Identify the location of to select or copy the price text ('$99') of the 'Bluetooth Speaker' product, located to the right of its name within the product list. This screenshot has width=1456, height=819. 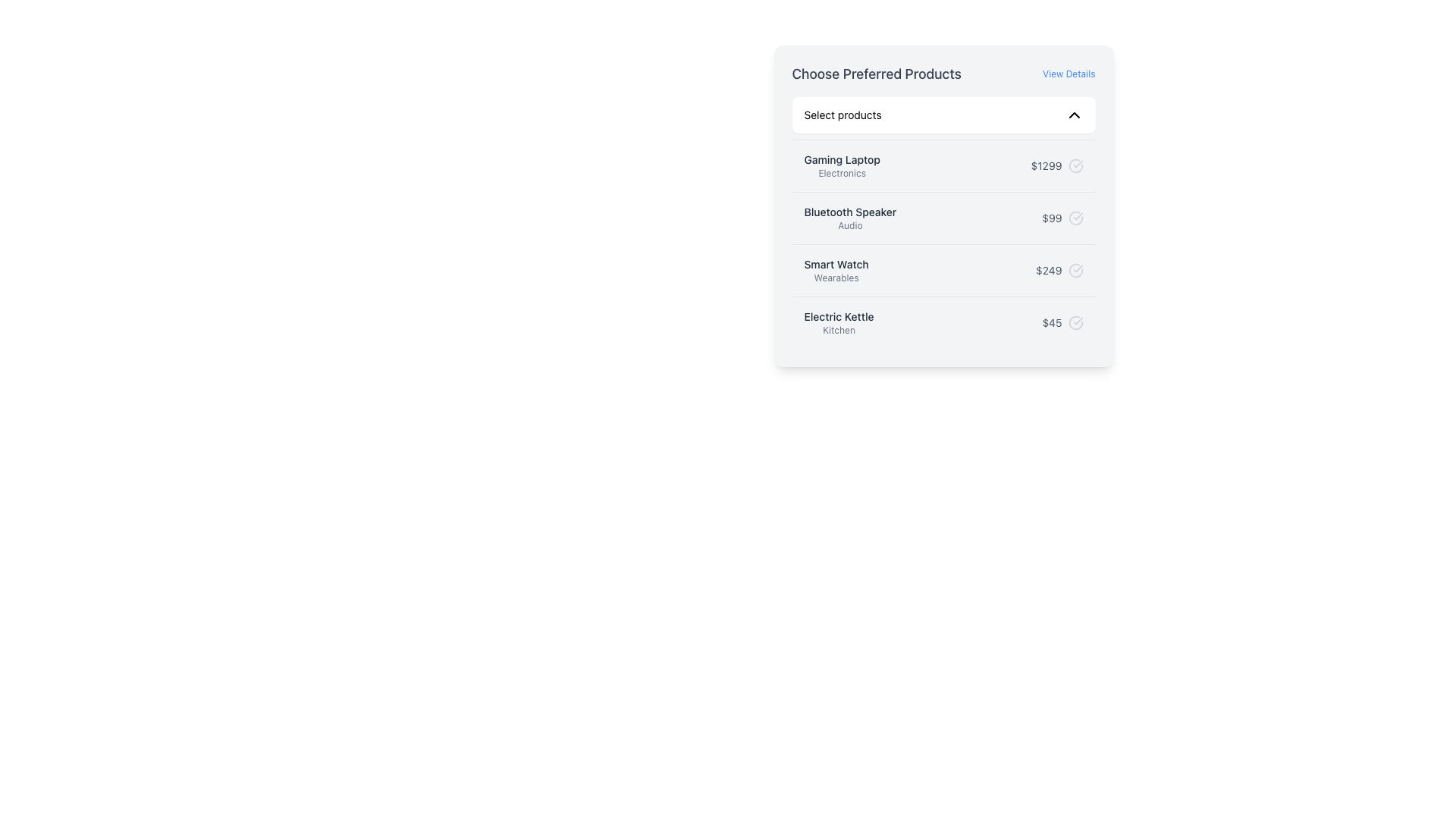
(1062, 218).